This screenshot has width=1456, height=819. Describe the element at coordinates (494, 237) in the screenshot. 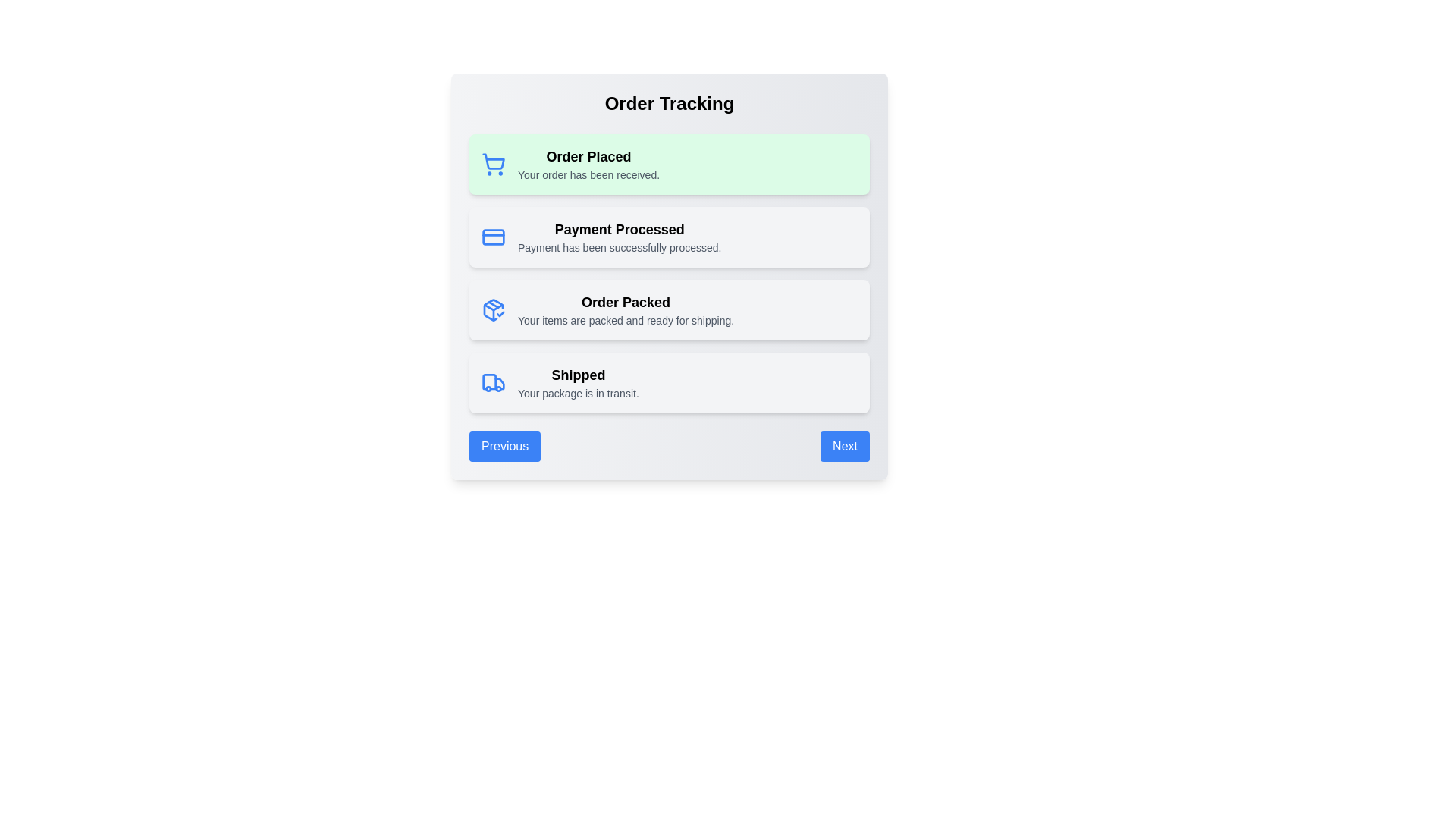

I see `the rectangle with rounded corners displayed within the credit card icon, which is adjacent to the 'Payment Processed' label` at that location.